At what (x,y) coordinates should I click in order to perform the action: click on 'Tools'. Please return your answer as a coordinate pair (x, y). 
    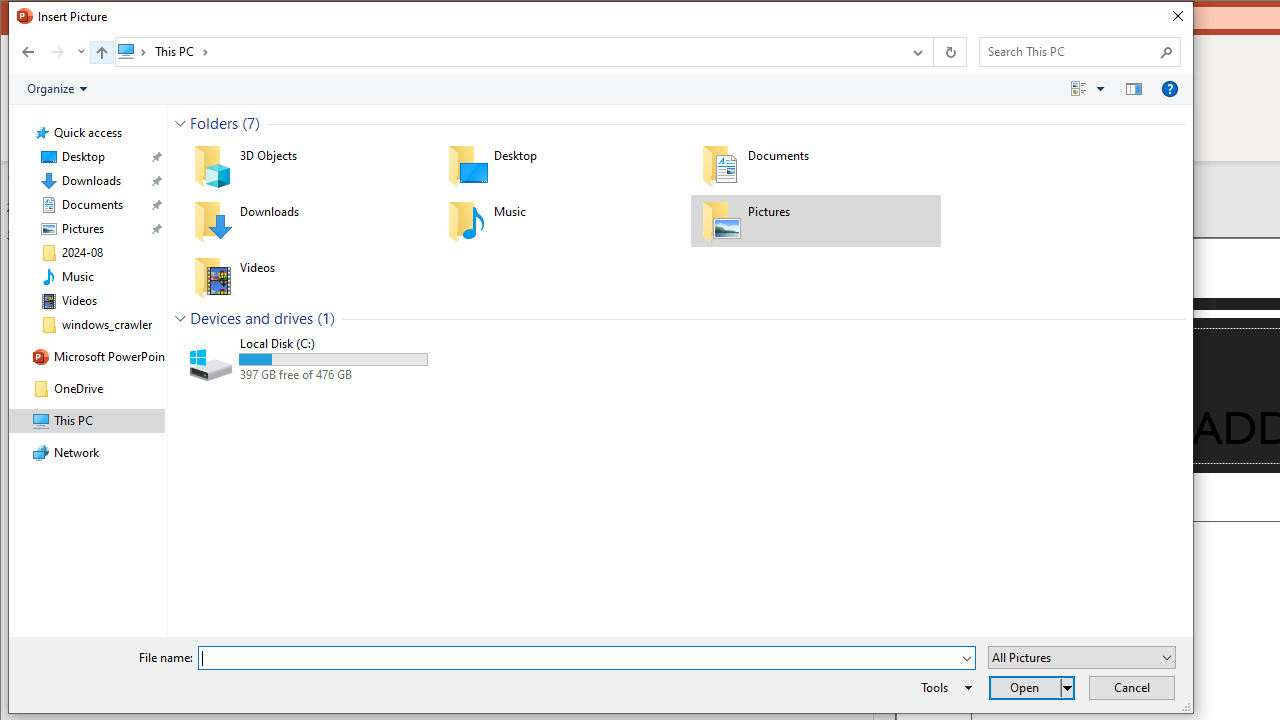
    Looking at the image, I should click on (942, 686).